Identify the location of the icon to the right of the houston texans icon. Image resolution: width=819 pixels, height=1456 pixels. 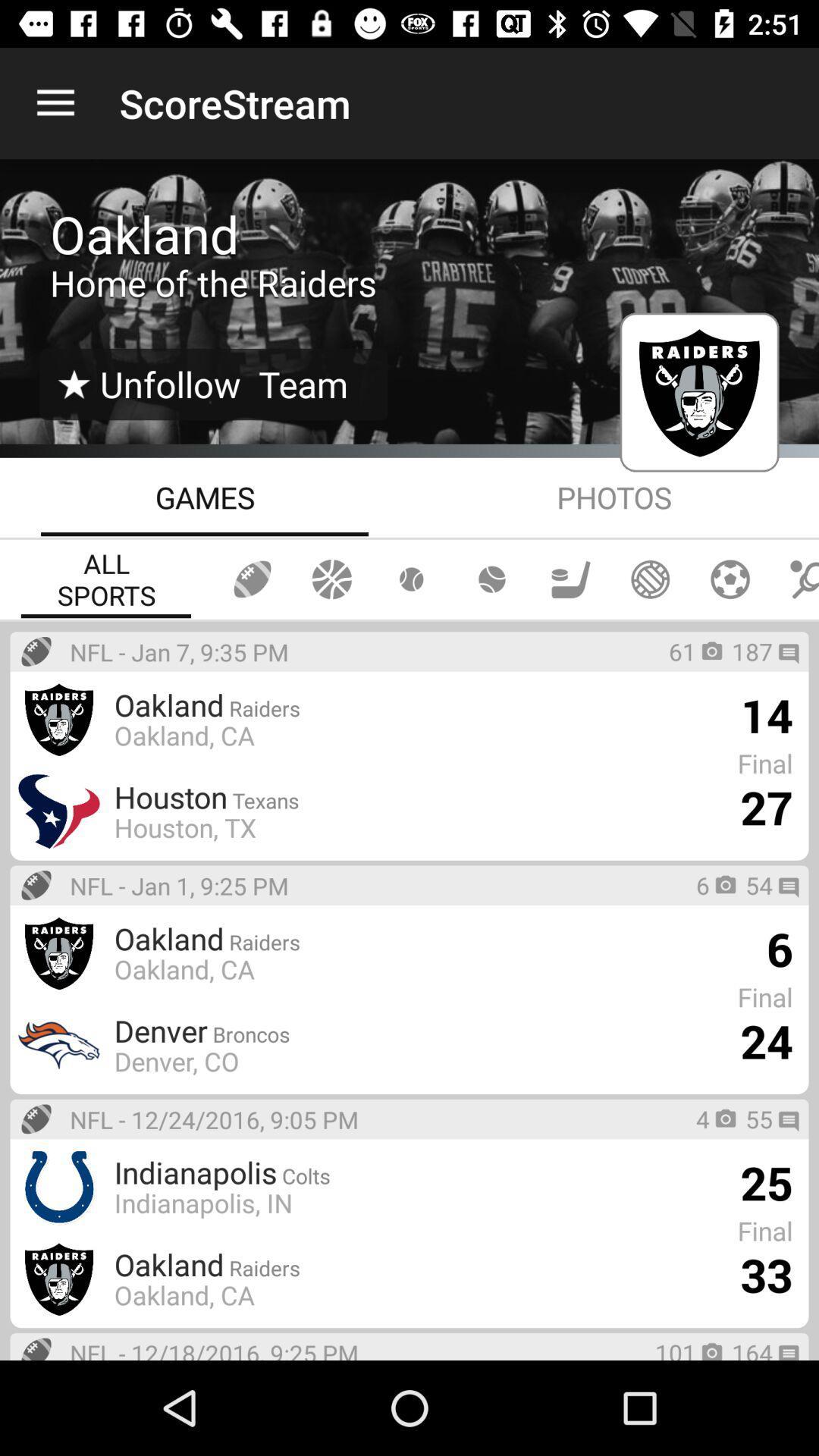
(766, 806).